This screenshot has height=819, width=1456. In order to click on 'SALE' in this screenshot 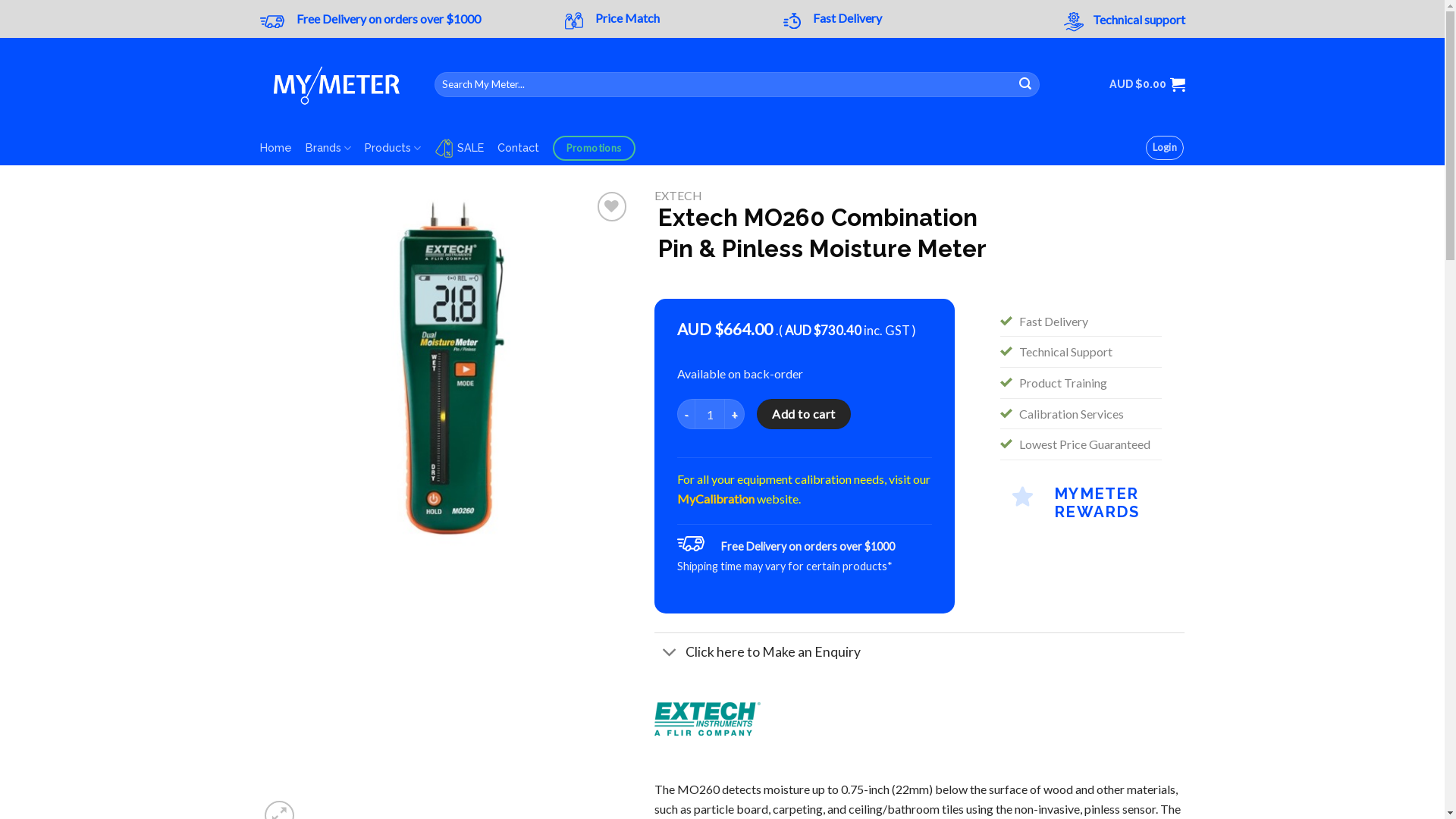, I will do `click(433, 148)`.